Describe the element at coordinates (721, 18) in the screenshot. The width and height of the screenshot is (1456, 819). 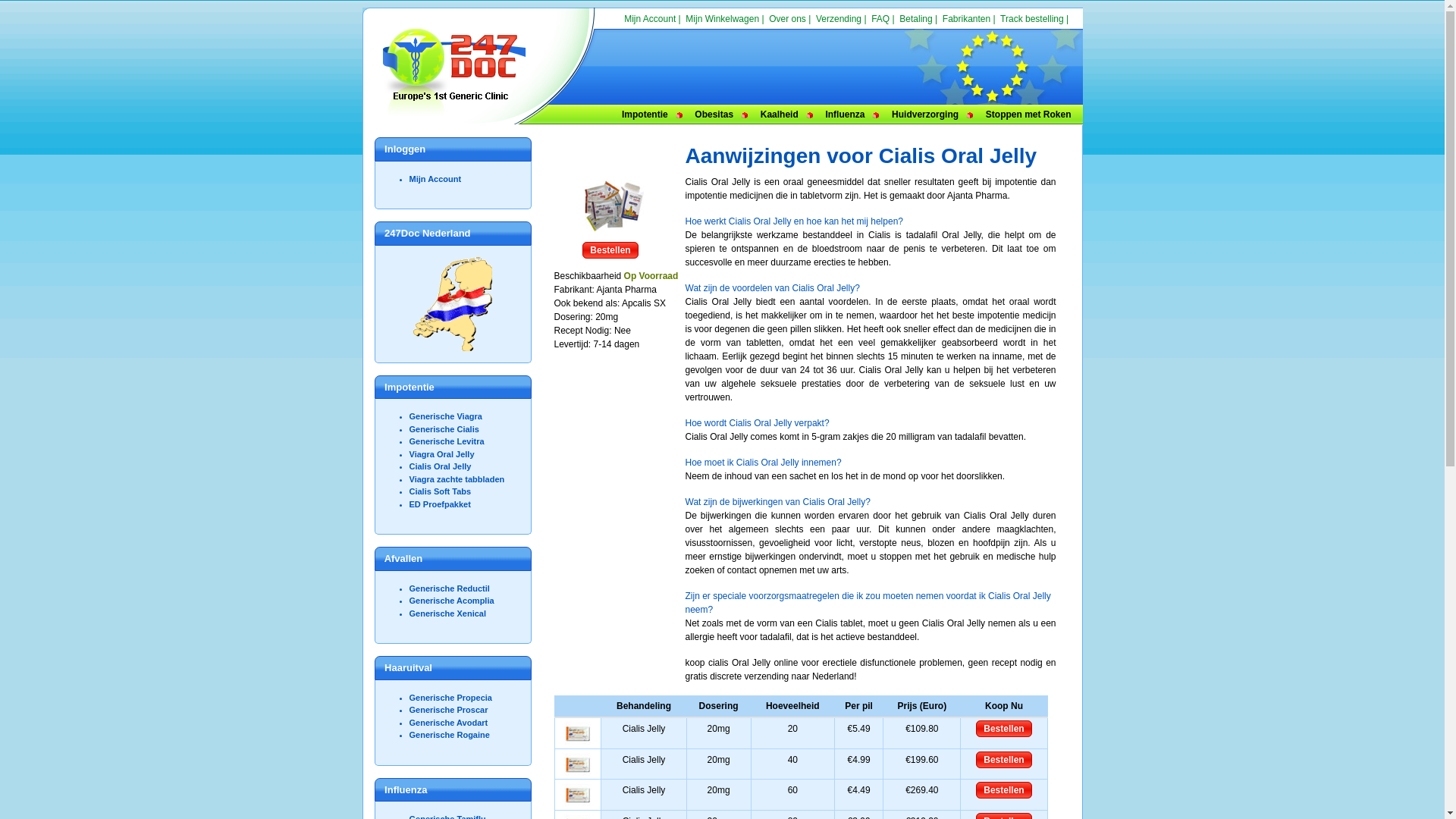
I see `'Mijn Winkelwagen'` at that location.